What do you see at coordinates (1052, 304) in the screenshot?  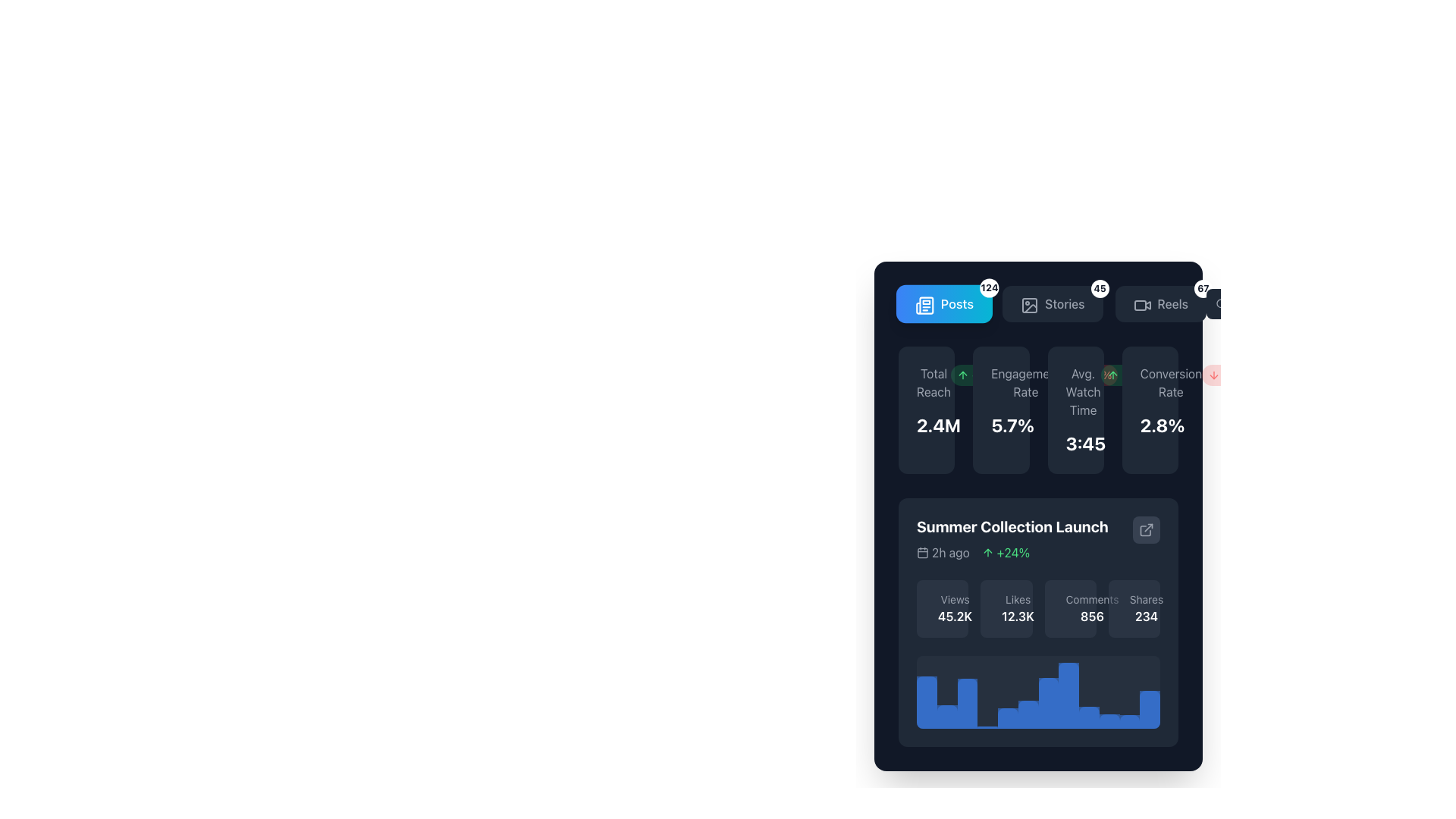 I see `the 'Stories' button, which is the second button with a dark grey background and a white circular badge displaying '45', located near the top-center of the interface` at bounding box center [1052, 304].